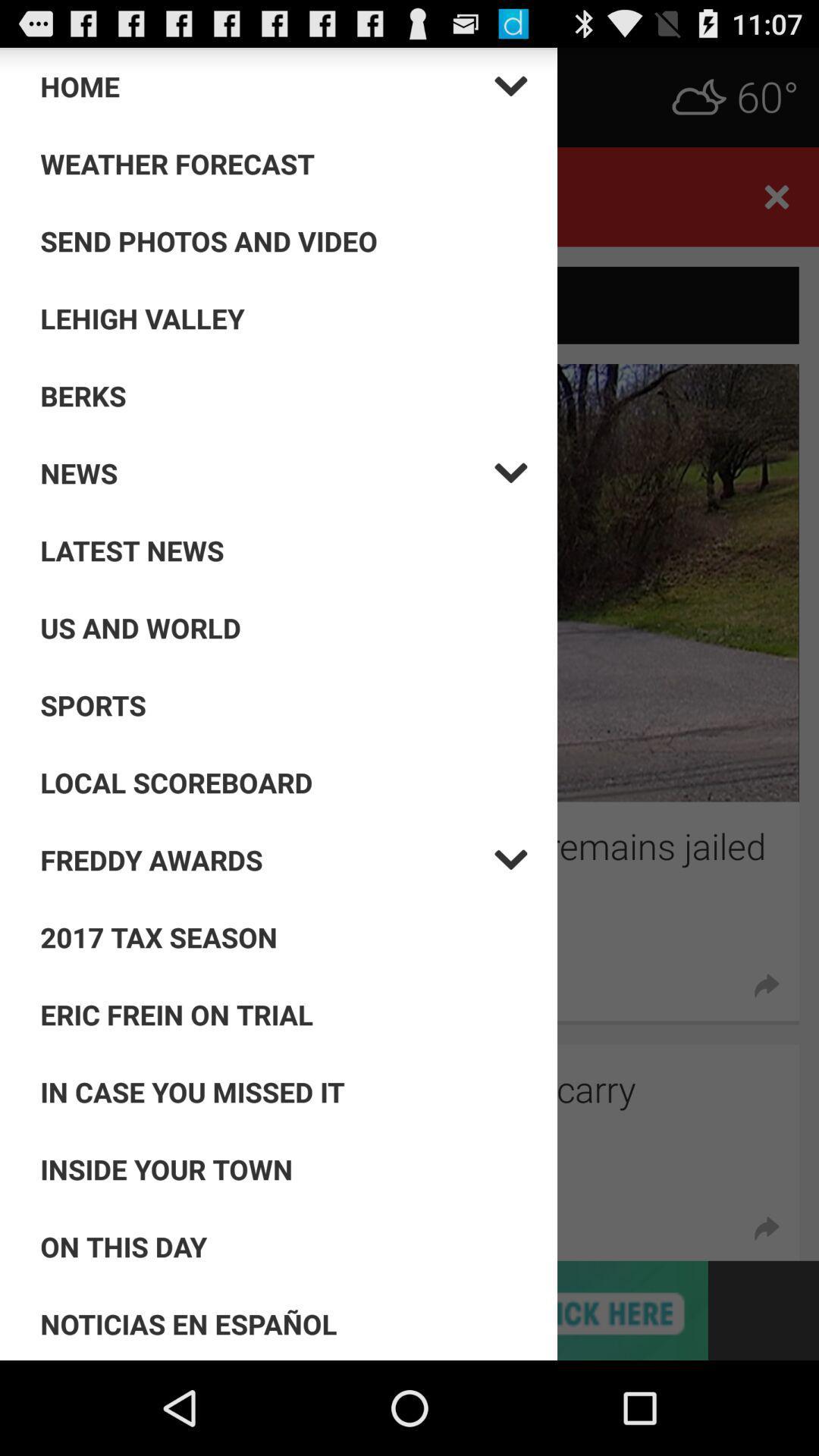 This screenshot has height=1456, width=819. Describe the element at coordinates (284, 164) in the screenshot. I see `the button below home` at that location.